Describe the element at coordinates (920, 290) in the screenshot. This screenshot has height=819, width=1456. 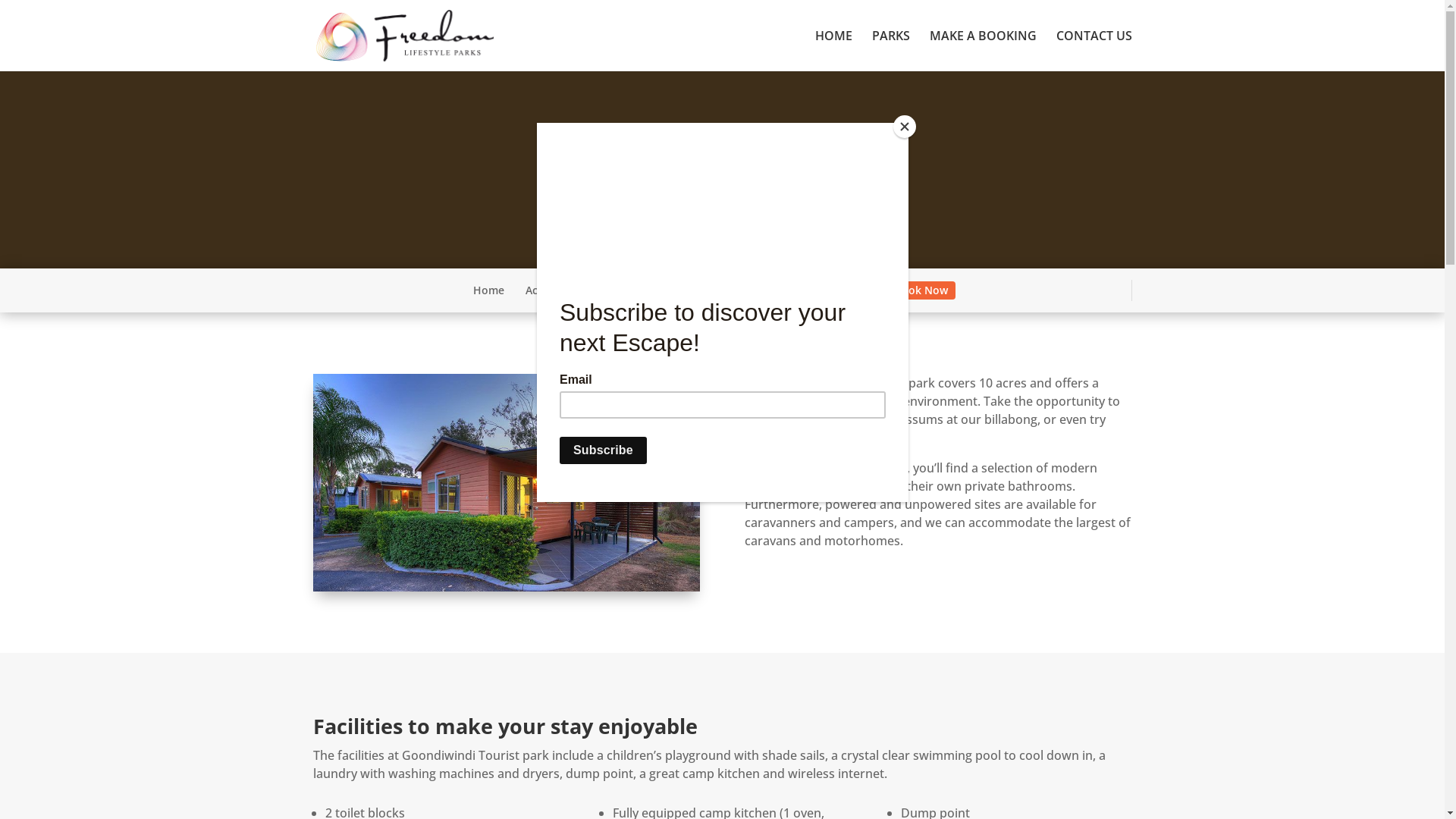
I see `'Book Now'` at that location.